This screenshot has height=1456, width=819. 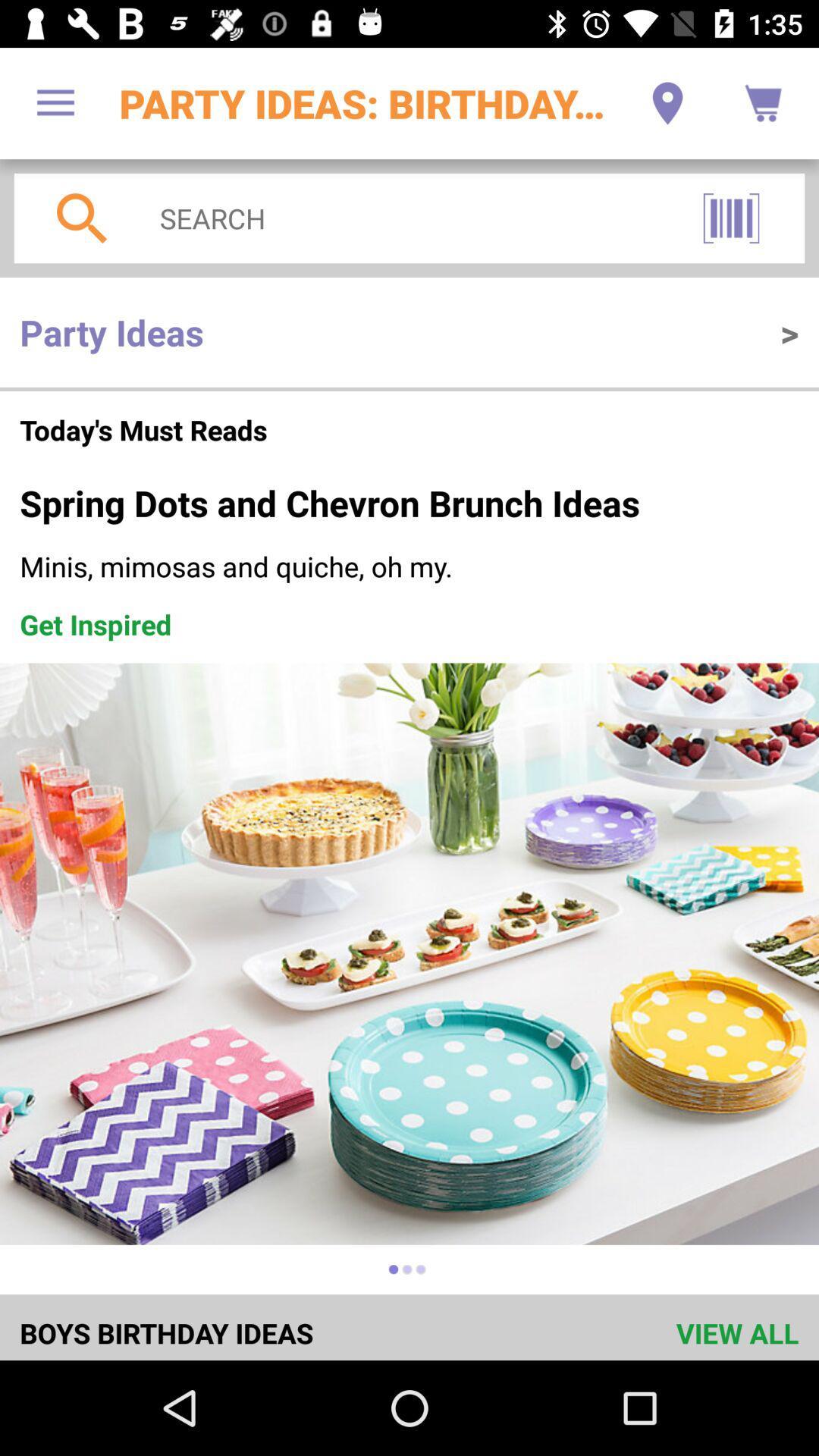 What do you see at coordinates (96, 624) in the screenshot?
I see `the get inspired icon` at bounding box center [96, 624].